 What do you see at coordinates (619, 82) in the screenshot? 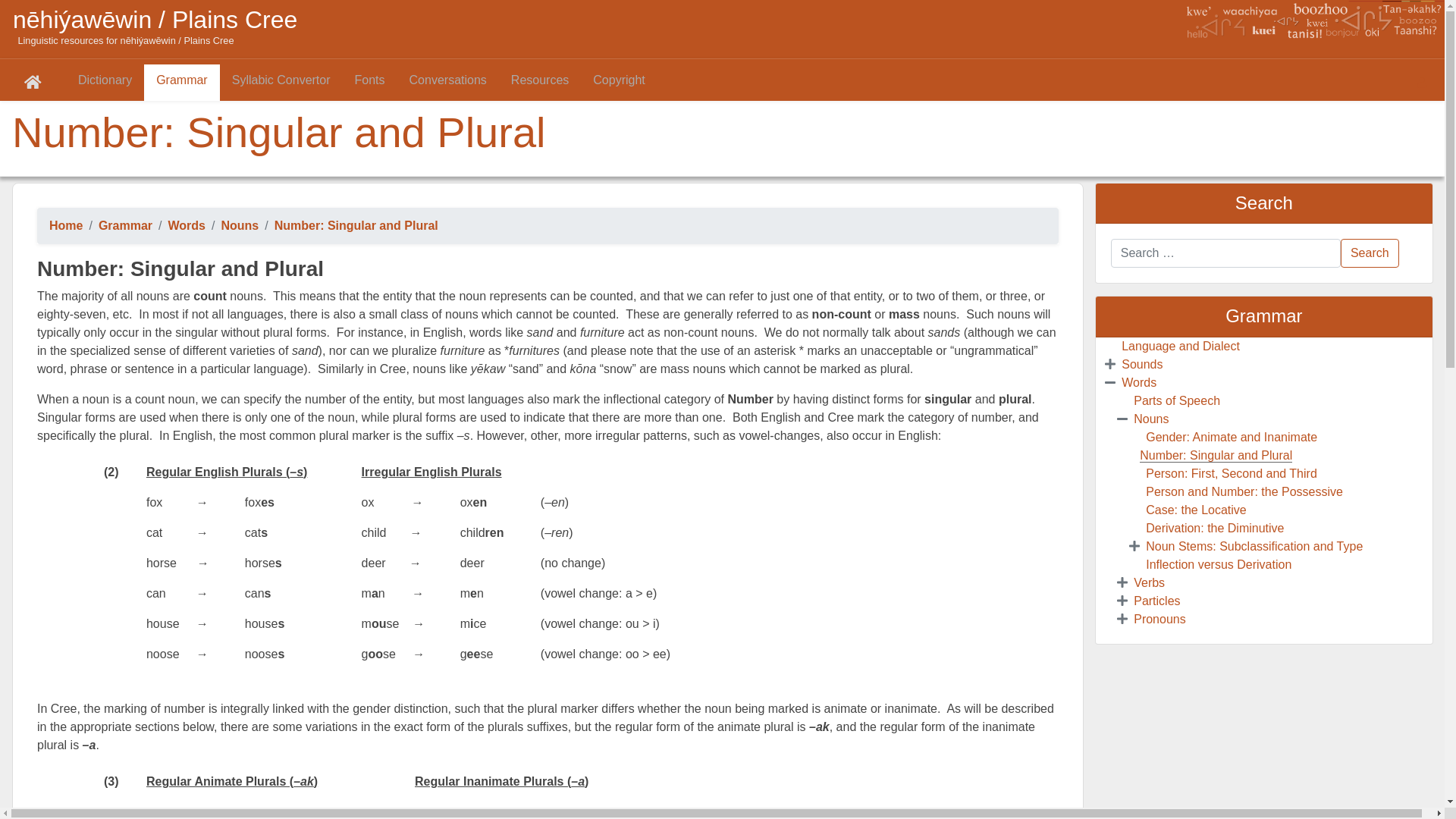
I see `'Copyright'` at bounding box center [619, 82].